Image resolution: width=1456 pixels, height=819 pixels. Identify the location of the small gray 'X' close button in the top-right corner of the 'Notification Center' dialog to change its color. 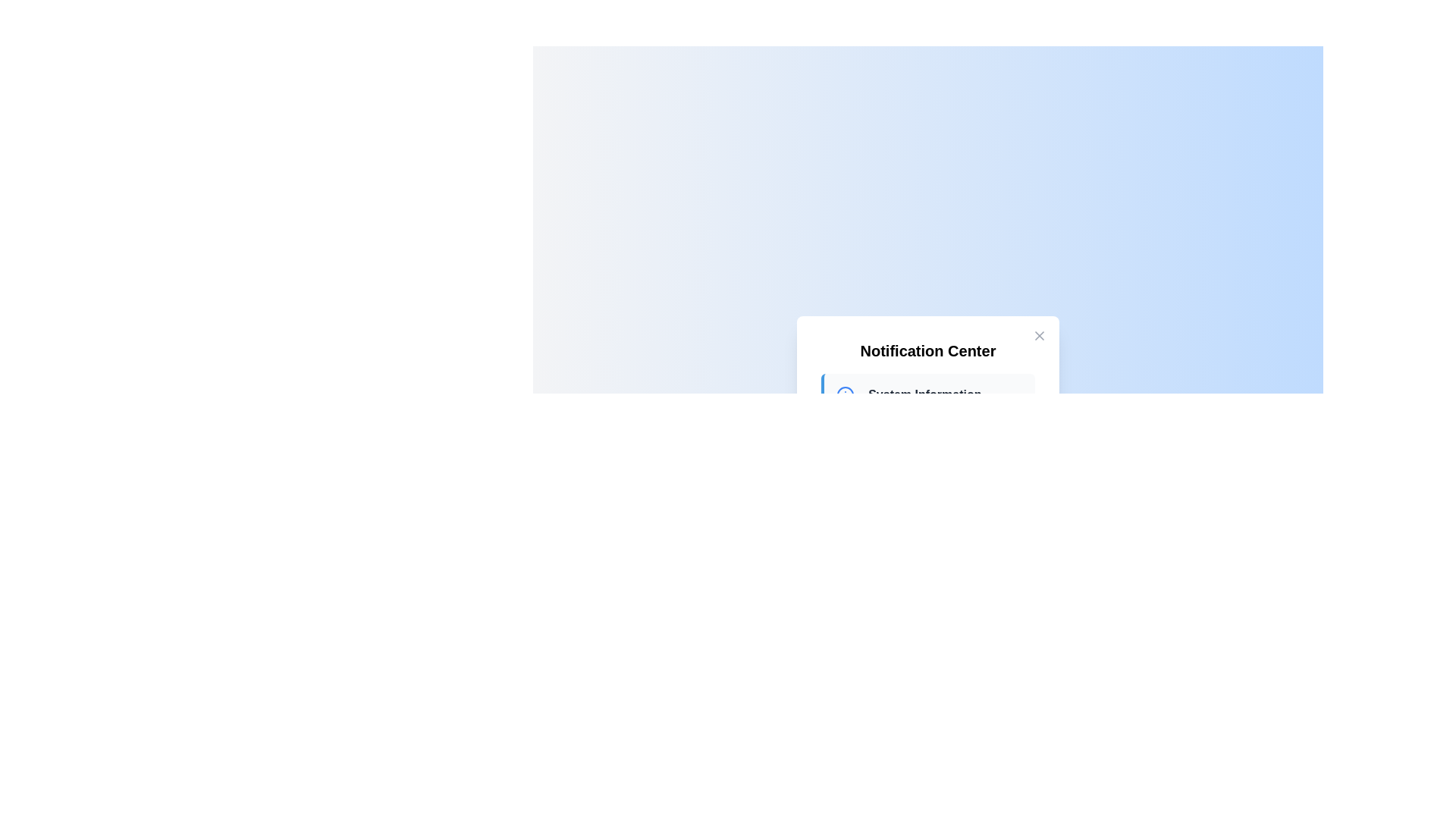
(1039, 335).